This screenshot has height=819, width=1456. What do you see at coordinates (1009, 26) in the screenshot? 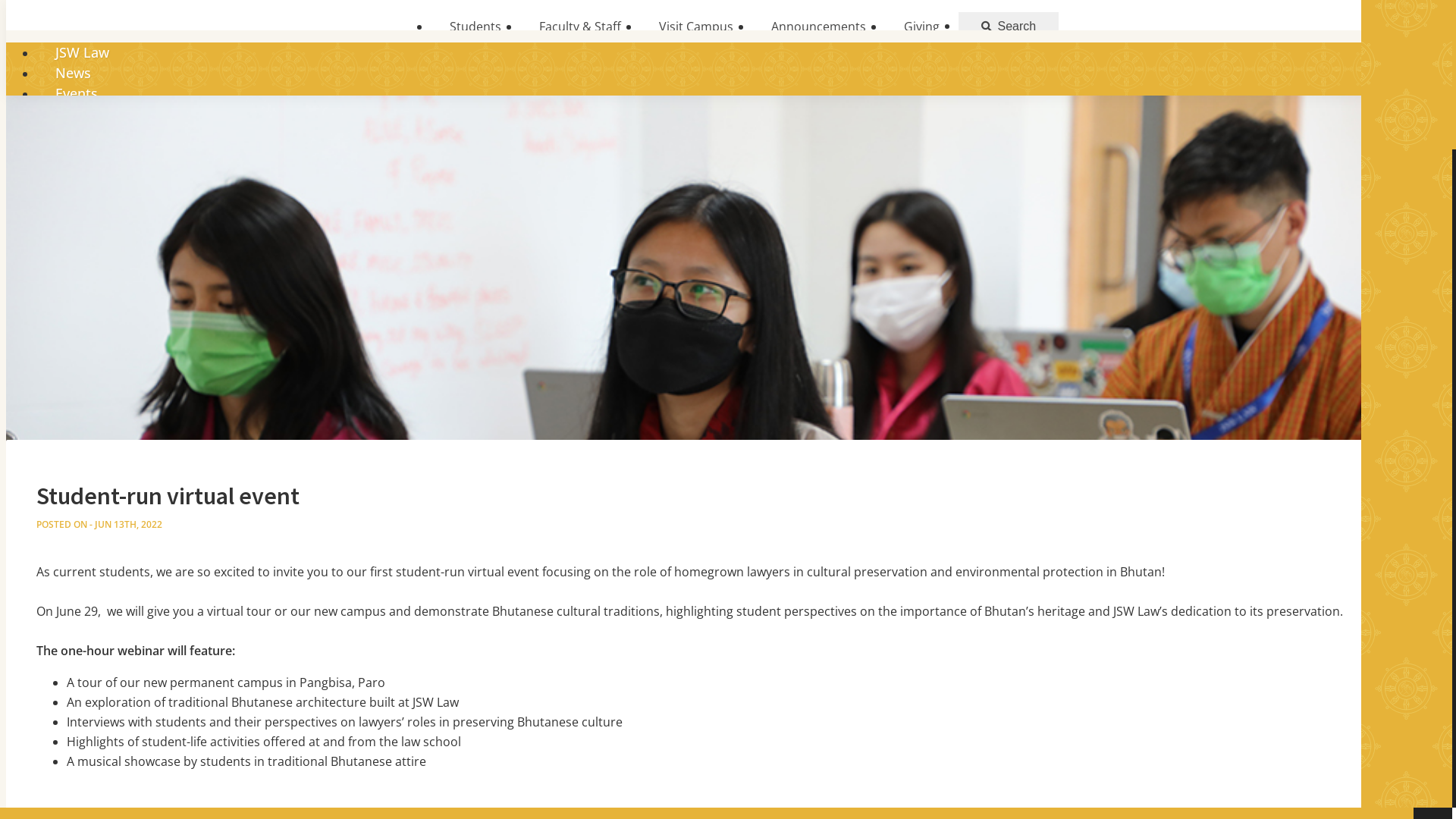
I see `'Search'` at bounding box center [1009, 26].